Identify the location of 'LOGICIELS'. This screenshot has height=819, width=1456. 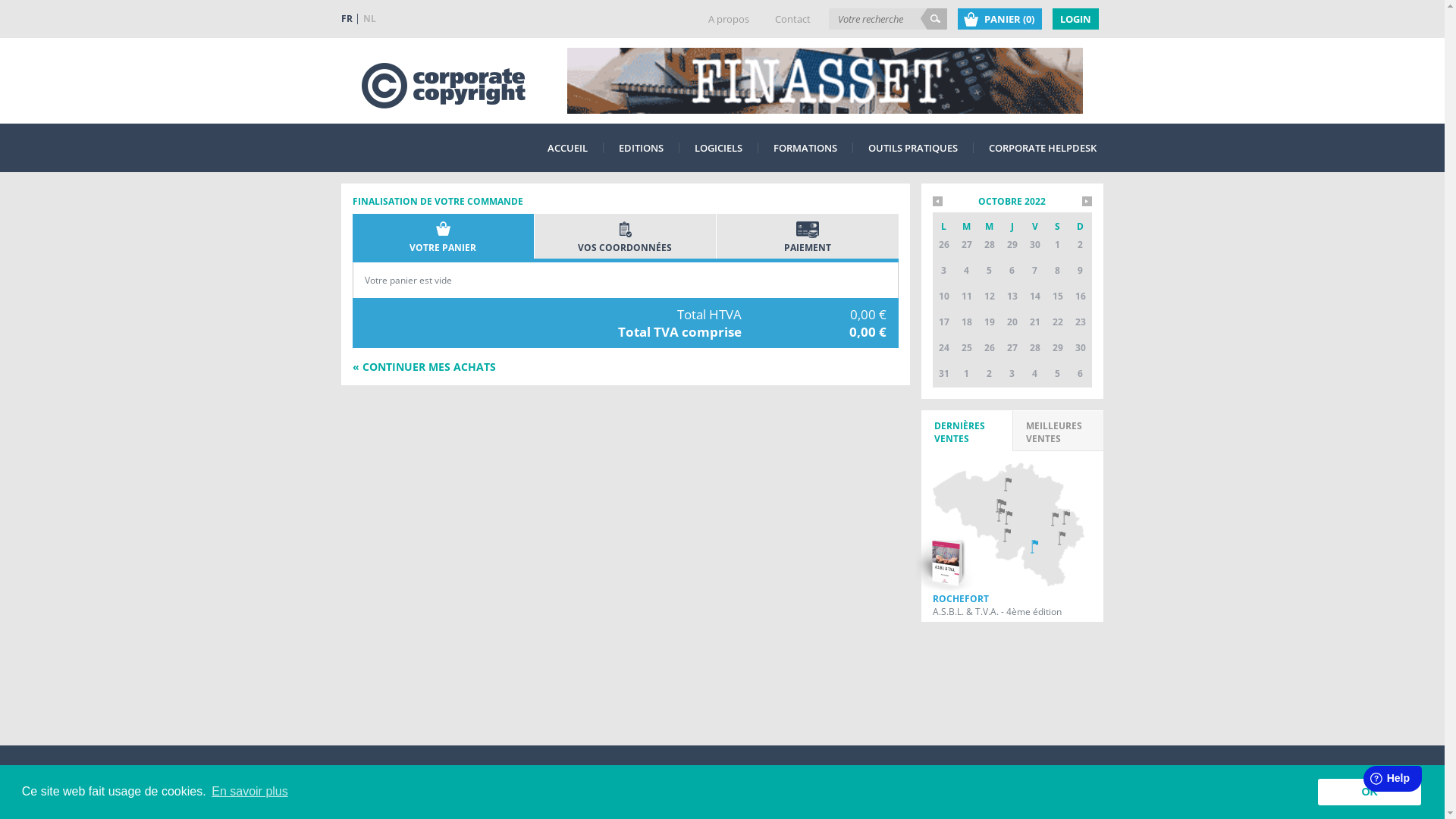
(686, 148).